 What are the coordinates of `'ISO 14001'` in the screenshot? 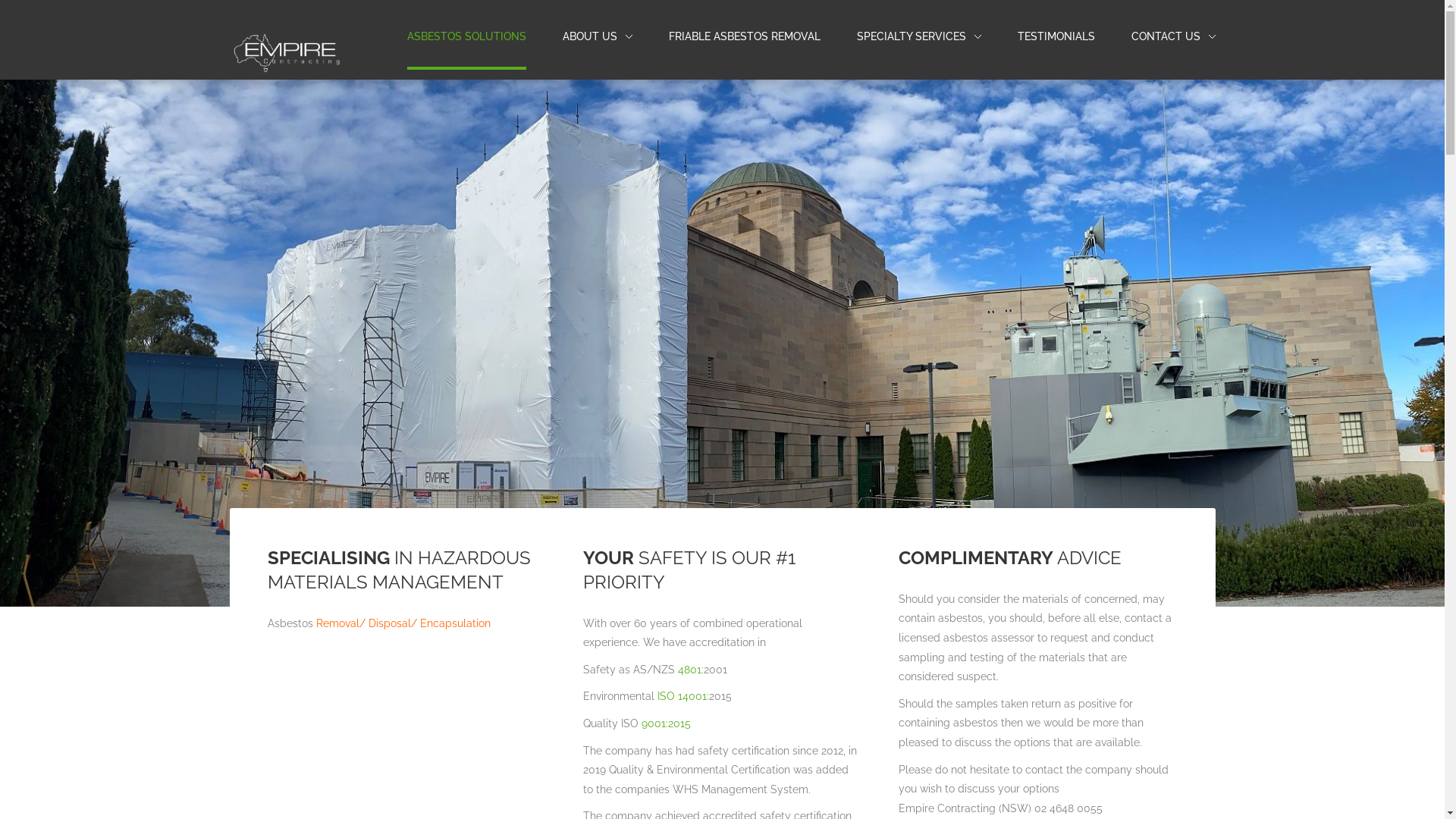 It's located at (681, 695).